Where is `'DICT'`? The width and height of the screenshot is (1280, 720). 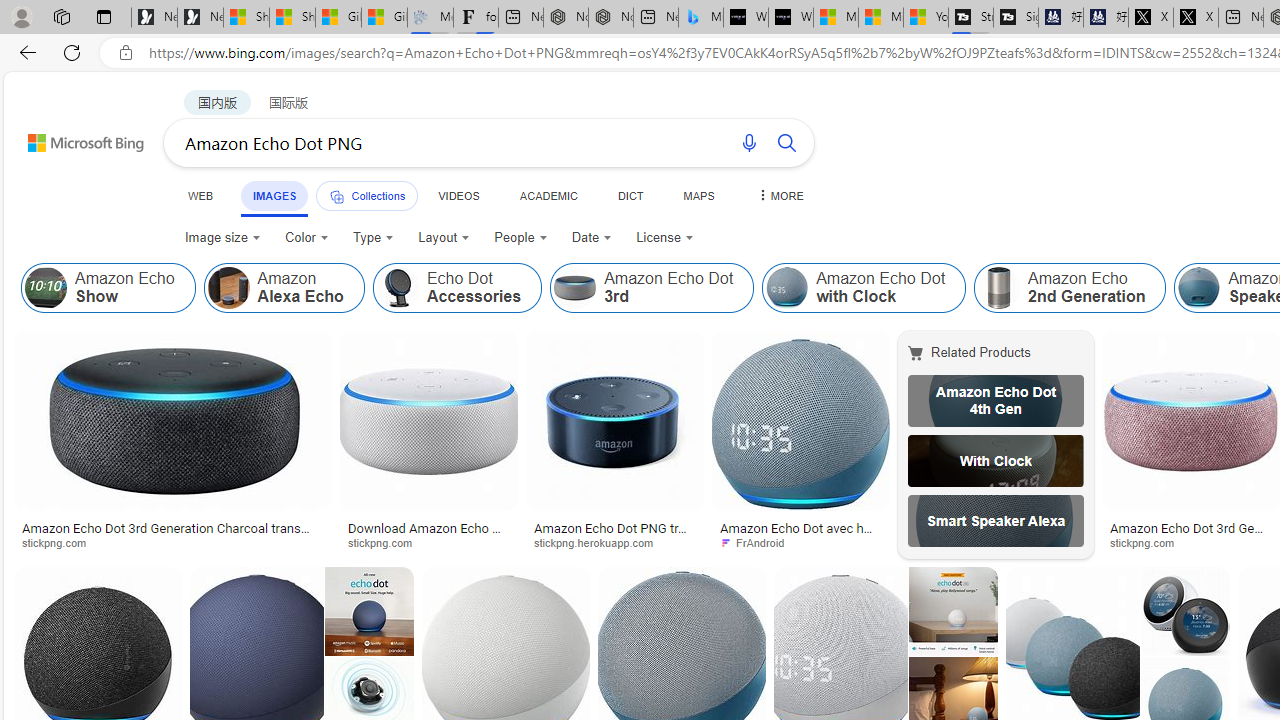
'DICT' is located at coordinates (629, 195).